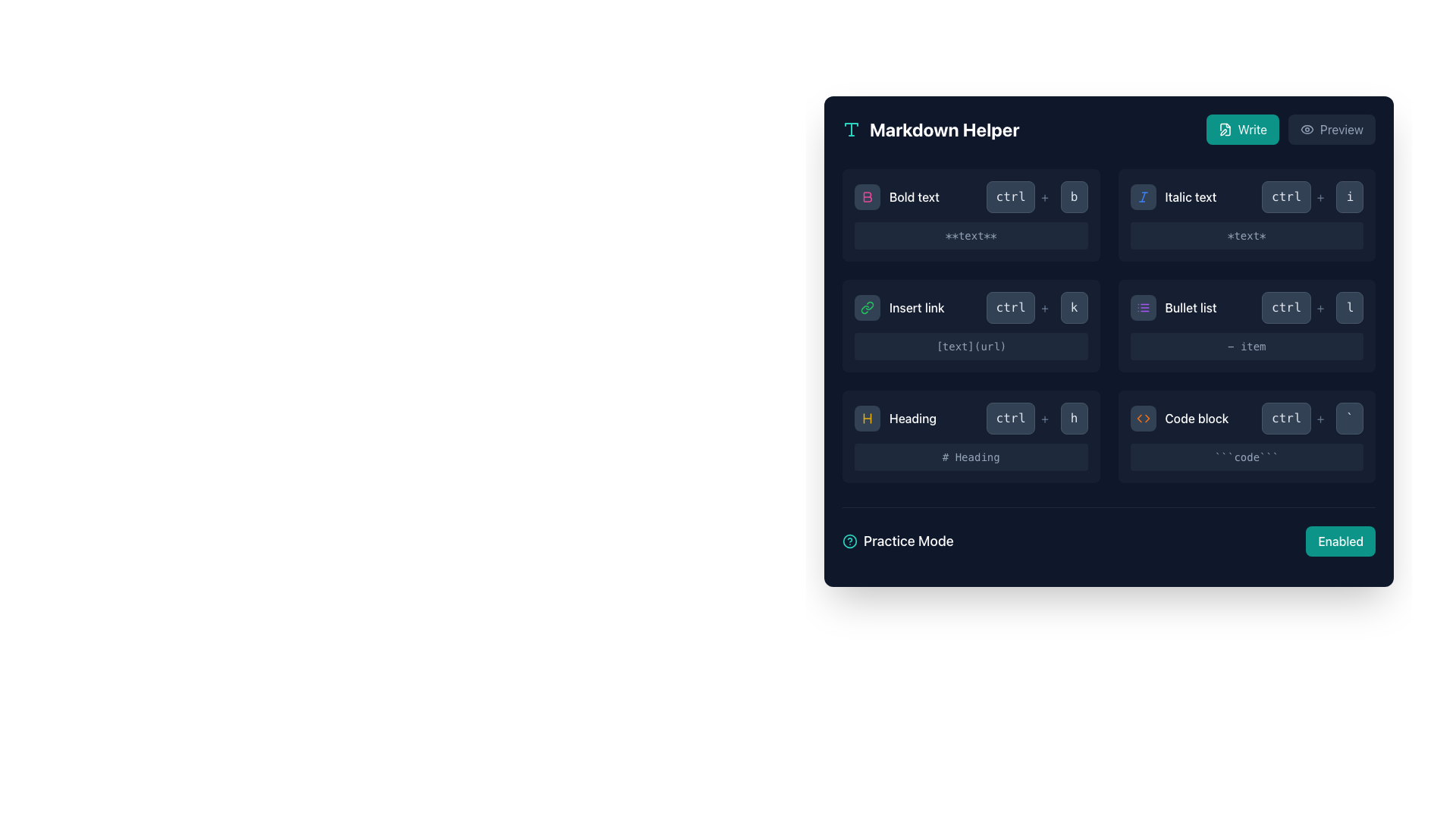 This screenshot has width=1456, height=819. What do you see at coordinates (1073, 418) in the screenshot?
I see `the button that visually represents the 'h' key in the 'ctrl + h' shortcut for formatting headings in the Markdown Helper tool` at bounding box center [1073, 418].